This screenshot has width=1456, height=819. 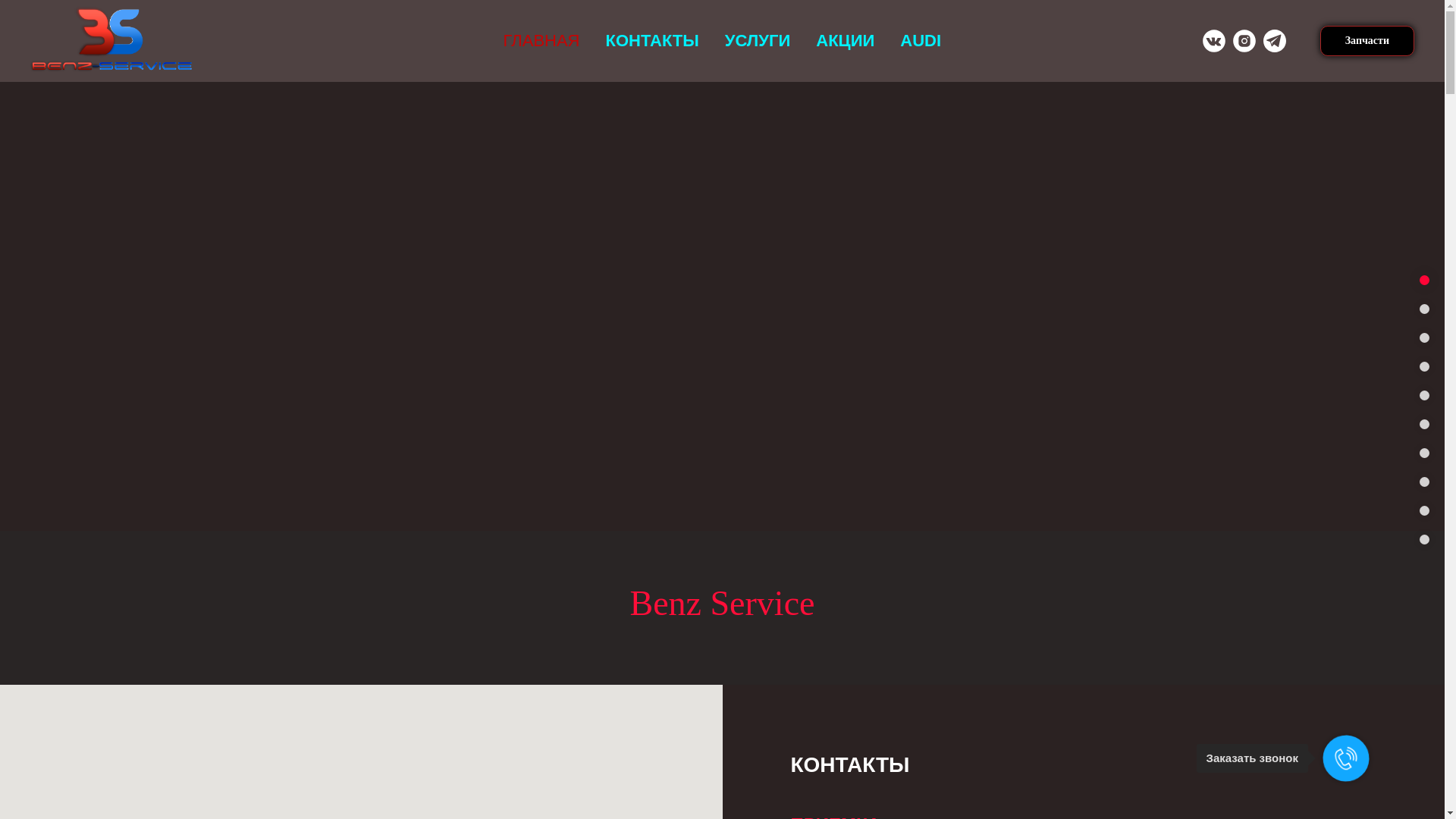 I want to click on 'Telegram', so click(x=1274, y=40).